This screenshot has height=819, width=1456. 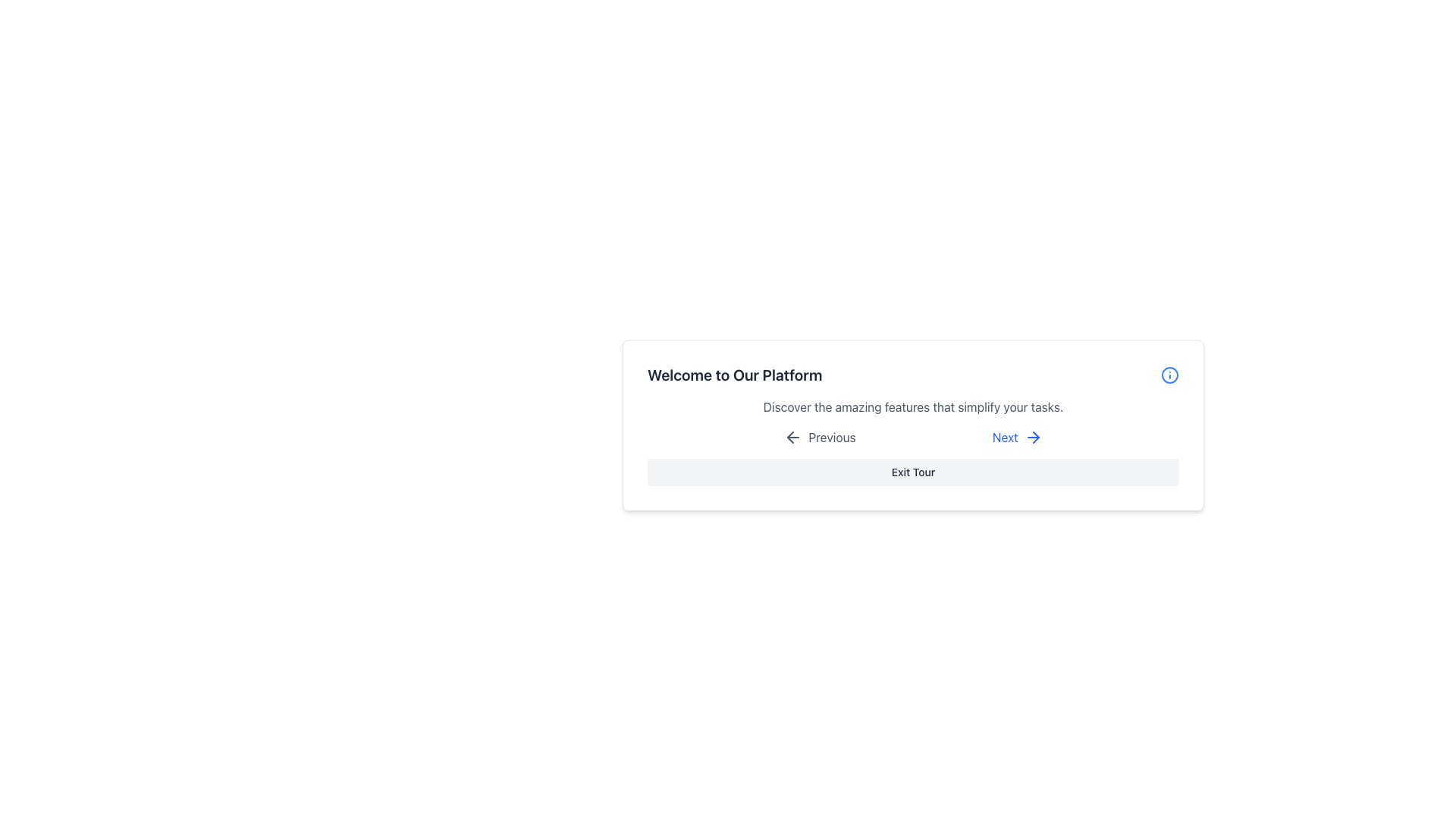 What do you see at coordinates (792, 438) in the screenshot?
I see `the 'Previous' icon located on the left side of the 'Previous' button in the lower-middle section of the card, which indicates the backward navigational action` at bounding box center [792, 438].